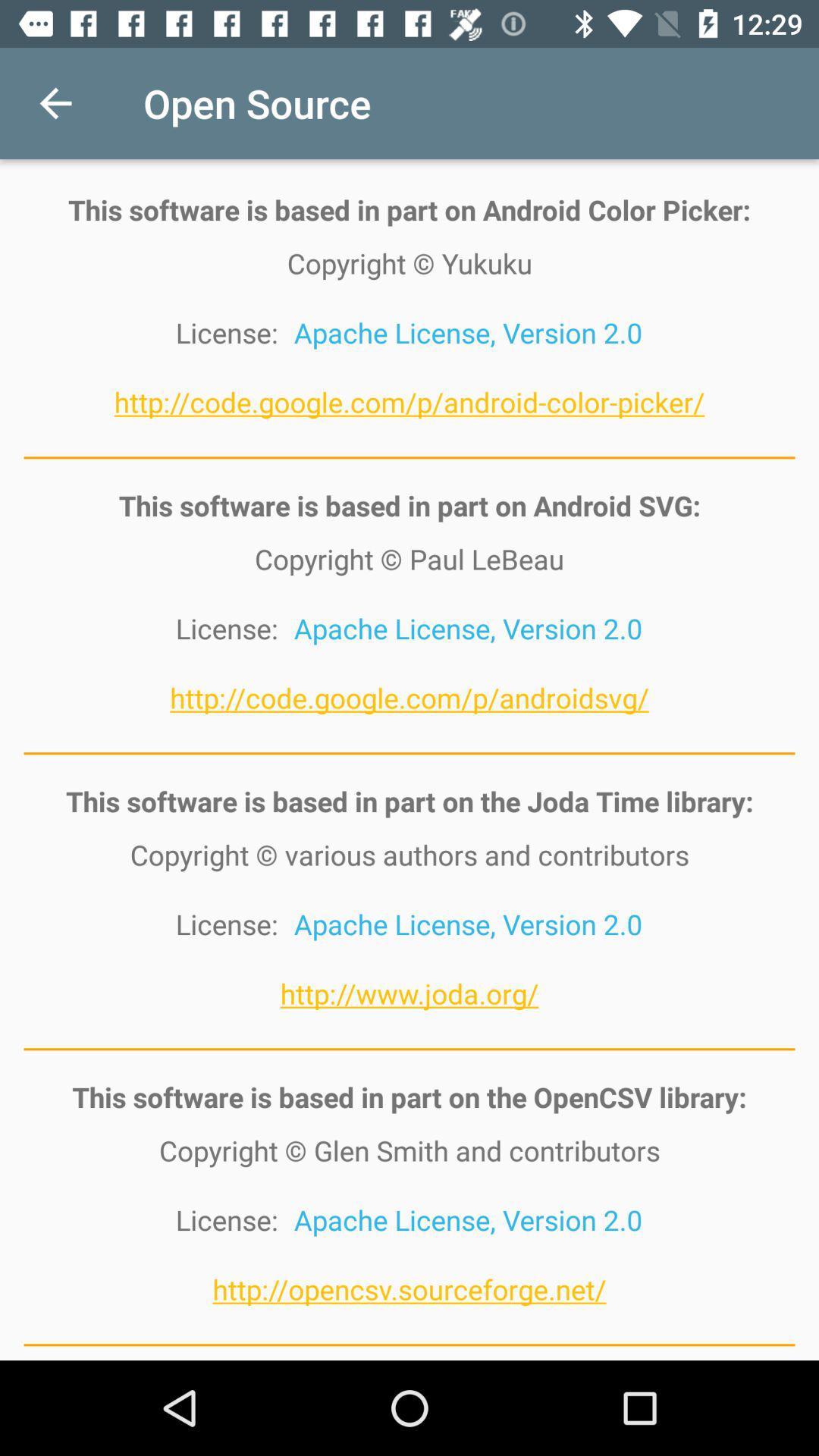 The image size is (819, 1456). What do you see at coordinates (55, 102) in the screenshot?
I see `the icon above this software is icon` at bounding box center [55, 102].